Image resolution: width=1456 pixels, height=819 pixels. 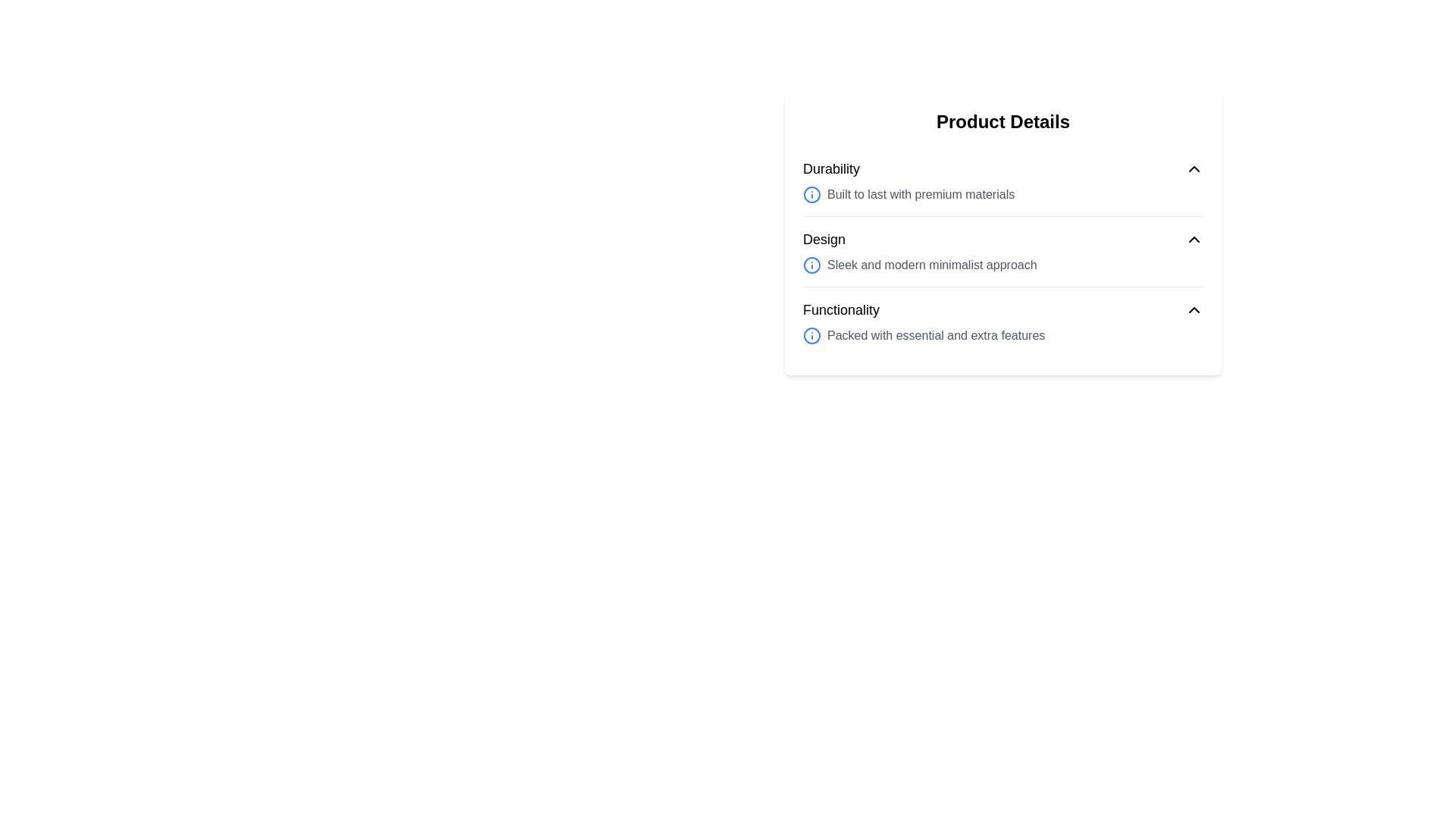 What do you see at coordinates (1003, 194) in the screenshot?
I see `static text labeled 'Built to last with premium materials' located under the 'Durability' heading, which includes an informational icon on the left` at bounding box center [1003, 194].